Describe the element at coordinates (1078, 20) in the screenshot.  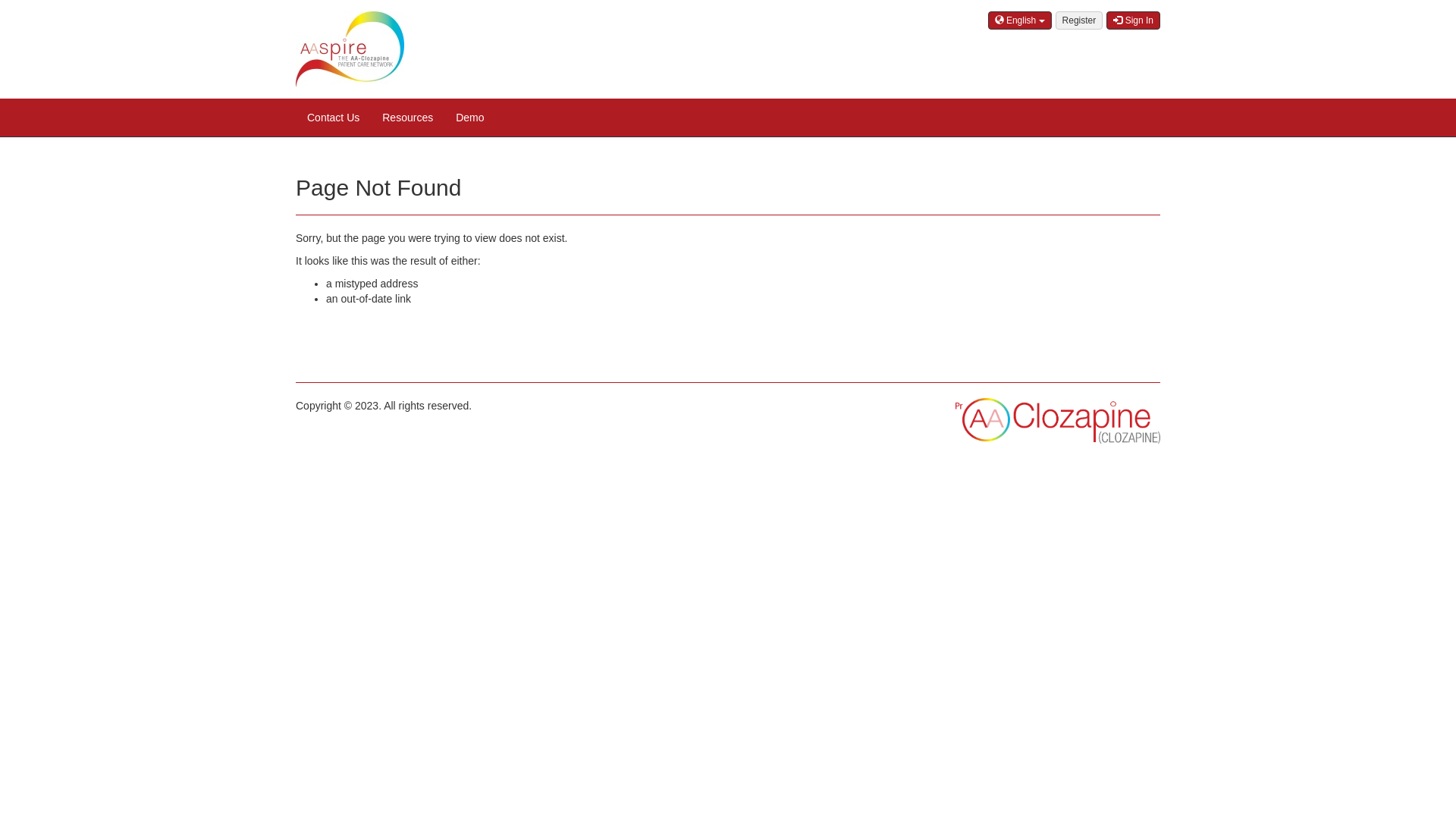
I see `'Register'` at that location.